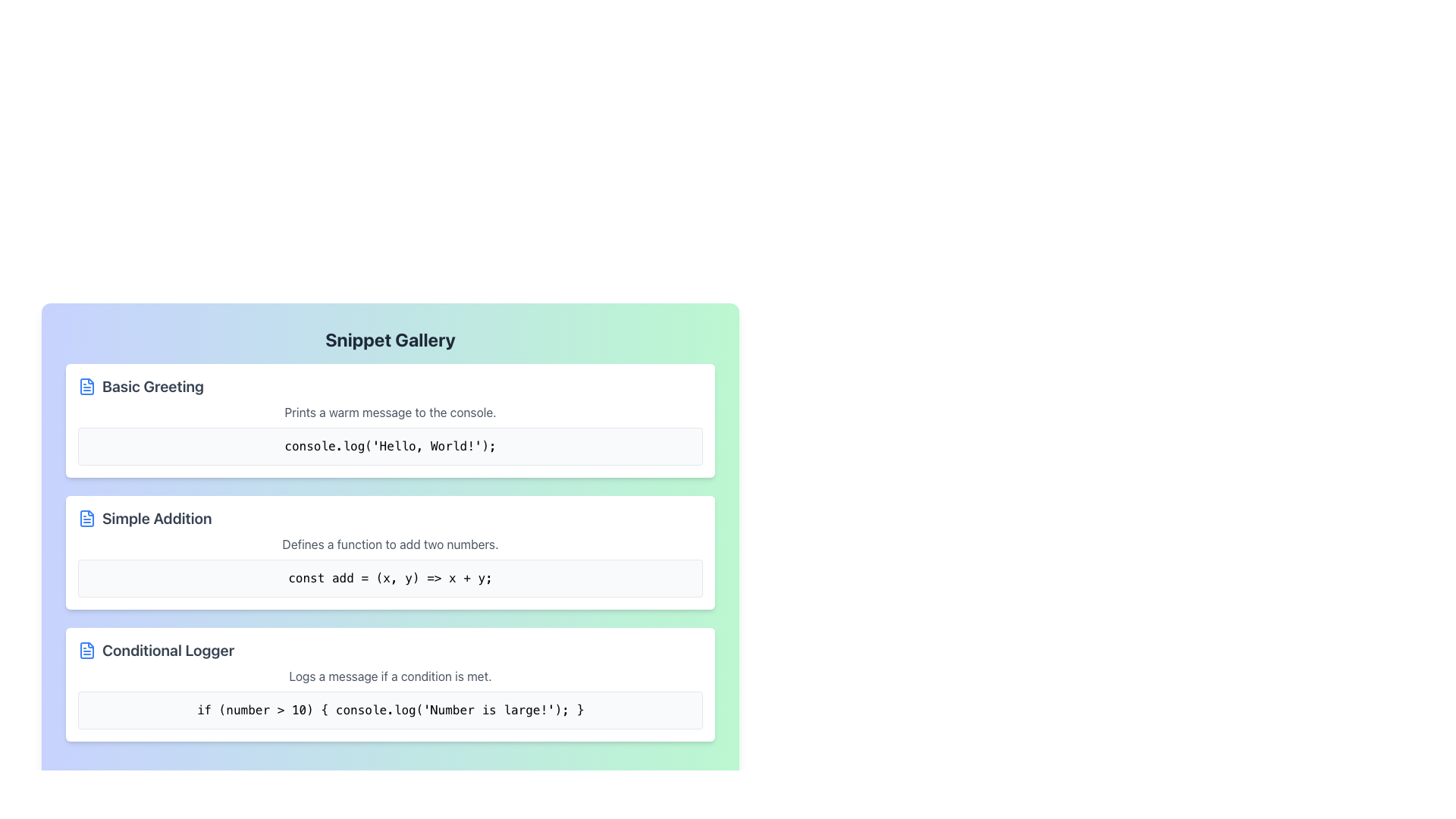 This screenshot has height=819, width=1456. Describe the element at coordinates (157, 517) in the screenshot. I see `the text label reading 'Simple Addition', which is the second item in a vertically stacked list and is positioned to the right of a blue document icon` at that location.